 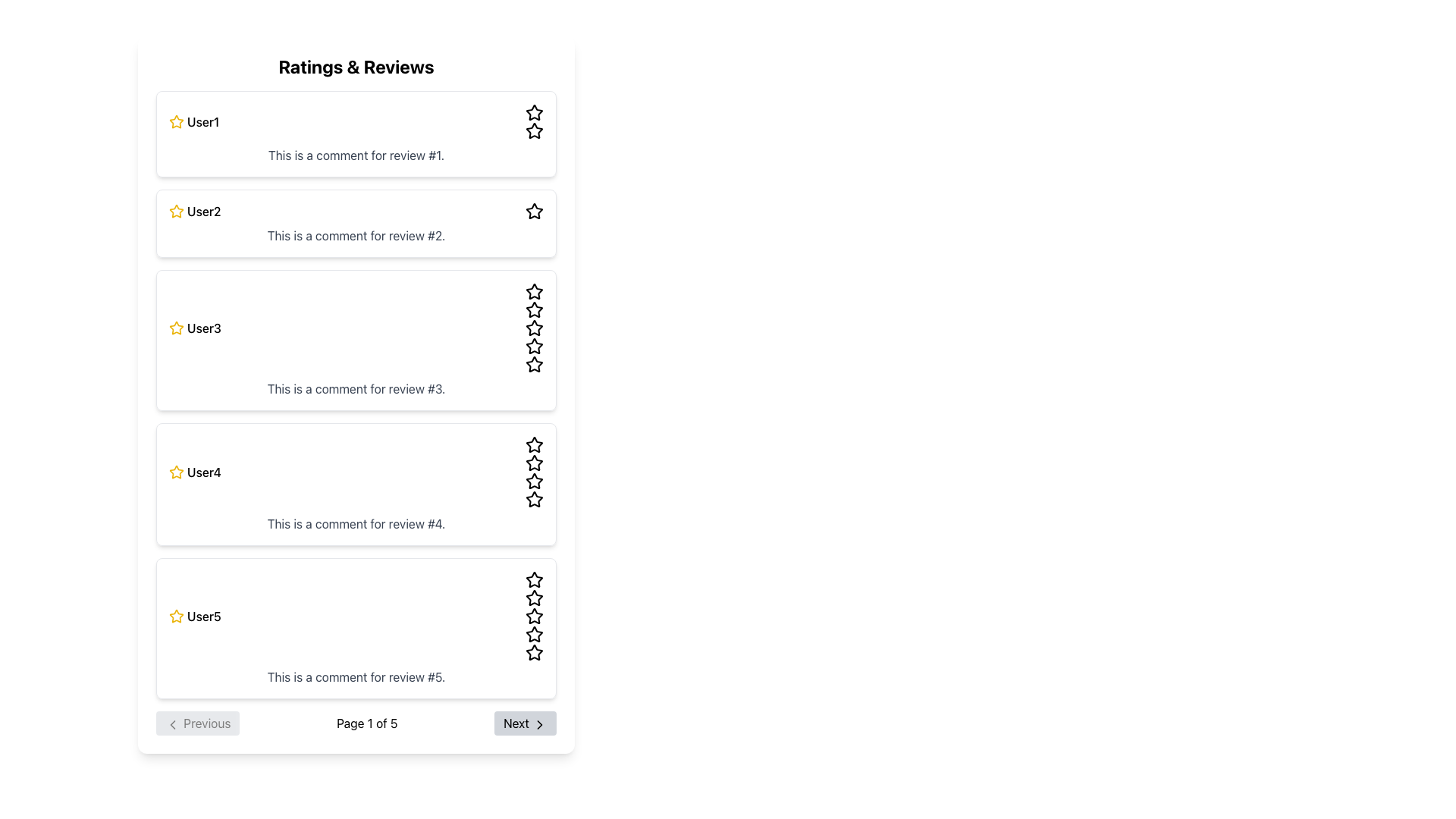 What do you see at coordinates (535, 500) in the screenshot?
I see `the fifth star in the five-star rating system for the review given by 'User4', which is located in the fourth card from the top in the review list` at bounding box center [535, 500].